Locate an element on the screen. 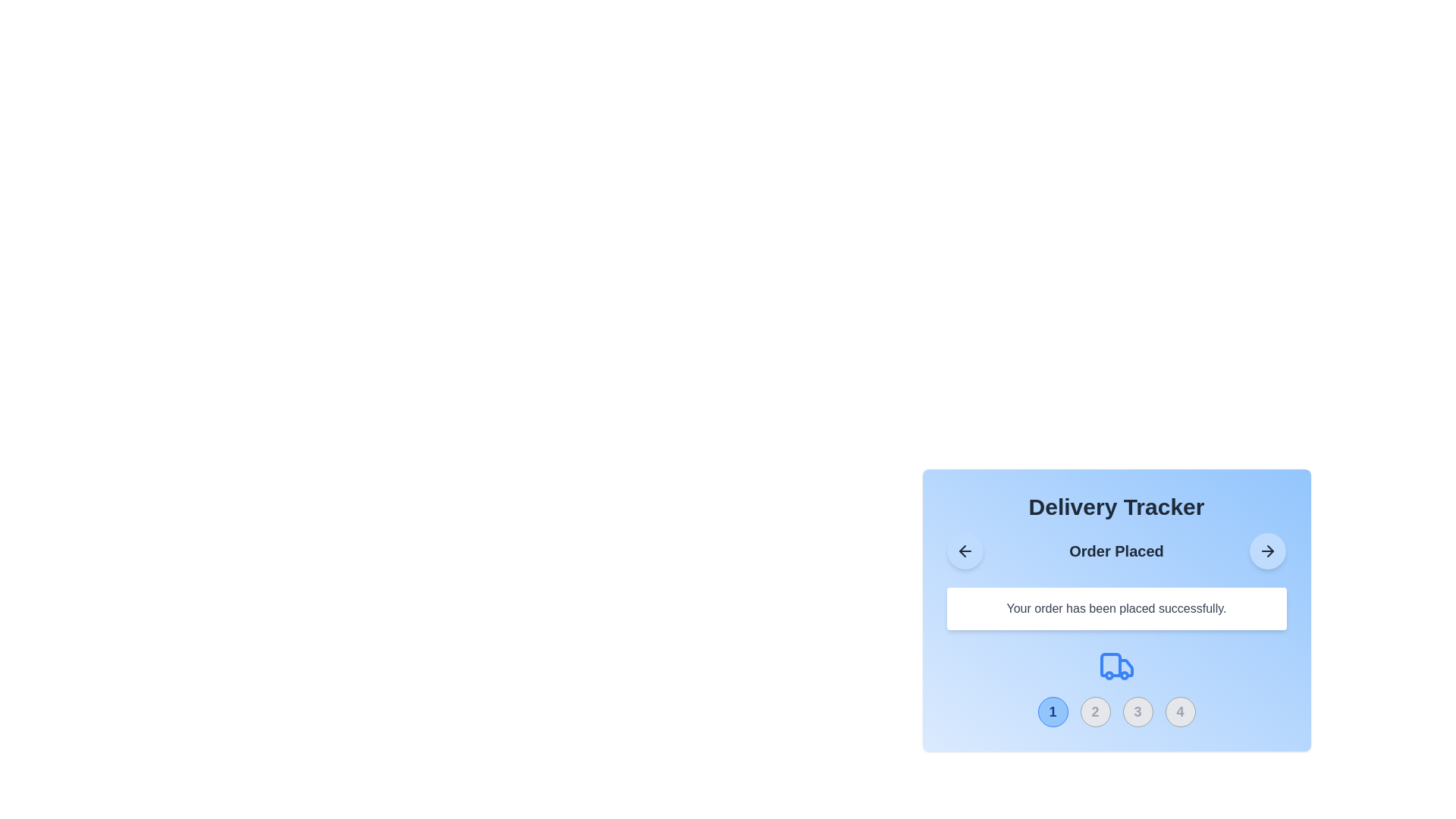 The width and height of the screenshot is (1456, 819). the circular button labeled '2' with a light gray background and gray border, located in the bottom center of the main interface card is located at coordinates (1095, 711).